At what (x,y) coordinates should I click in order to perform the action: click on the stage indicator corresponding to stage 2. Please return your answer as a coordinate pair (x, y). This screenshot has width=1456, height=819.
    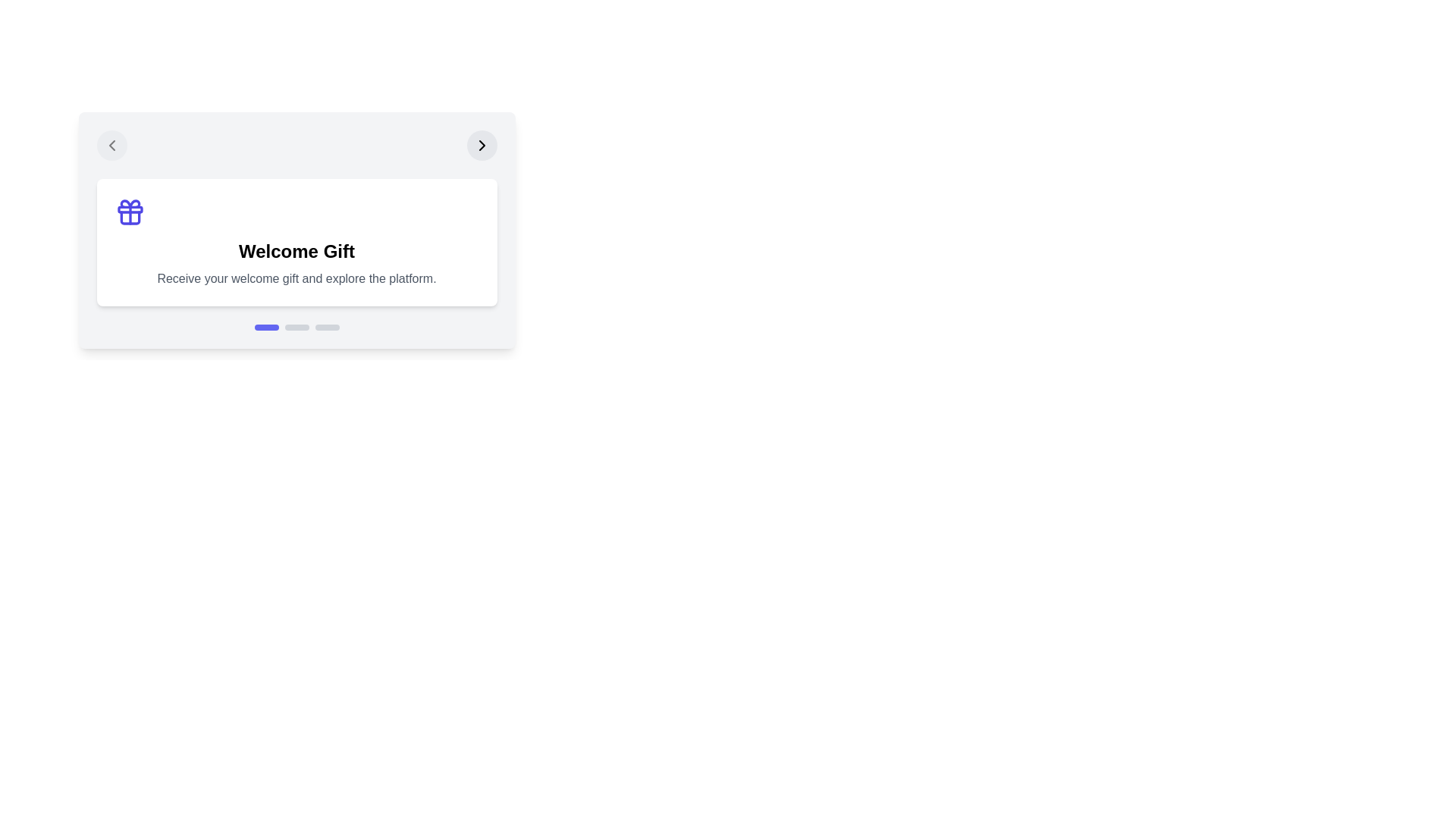
    Looking at the image, I should click on (297, 327).